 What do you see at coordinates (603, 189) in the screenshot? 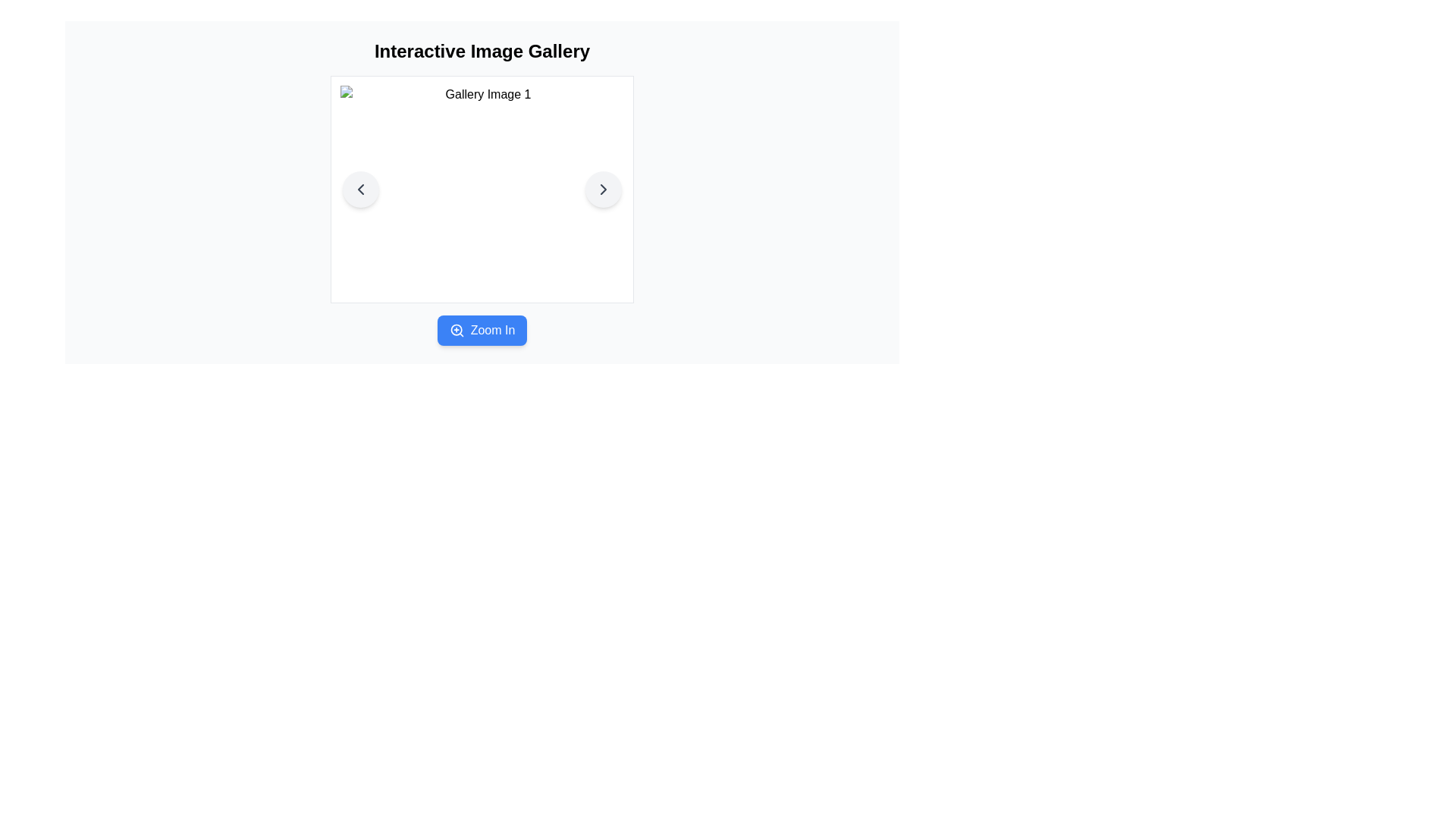
I see `the Right navigation chevron icon located within the circular button at the top-right corner of the gallery interface` at bounding box center [603, 189].